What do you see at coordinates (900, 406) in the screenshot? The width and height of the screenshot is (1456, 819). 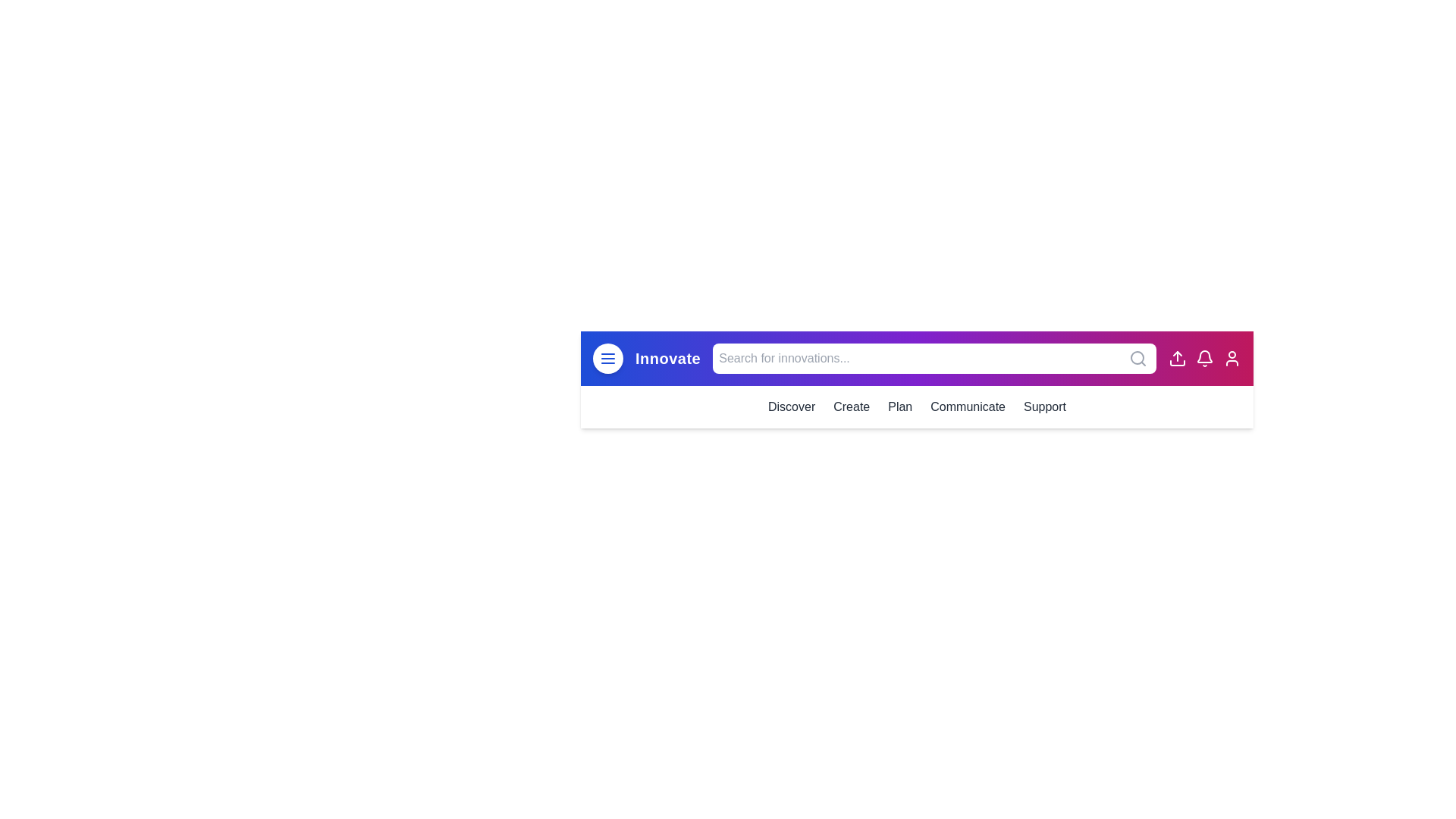 I see `the menu item Plan` at bounding box center [900, 406].